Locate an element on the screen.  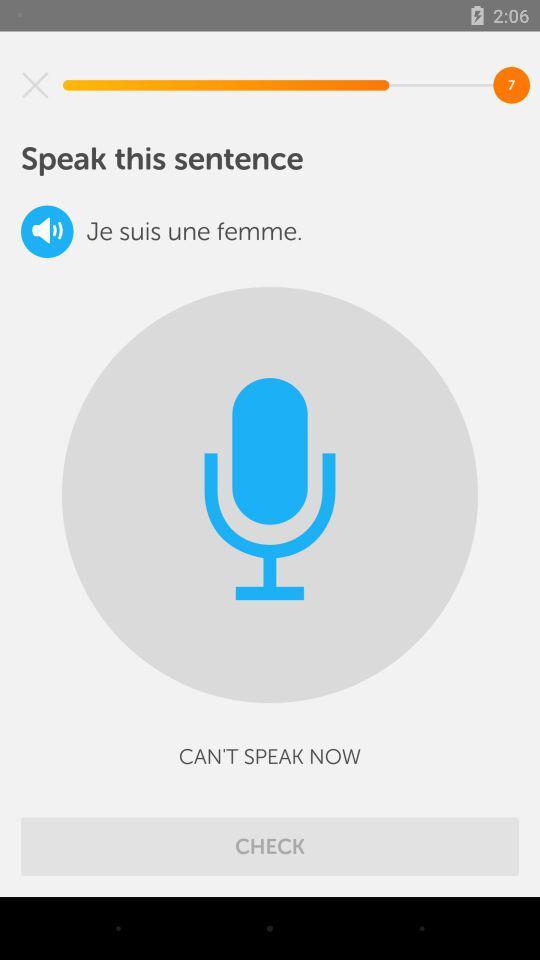
item above speak this sentence is located at coordinates (35, 85).